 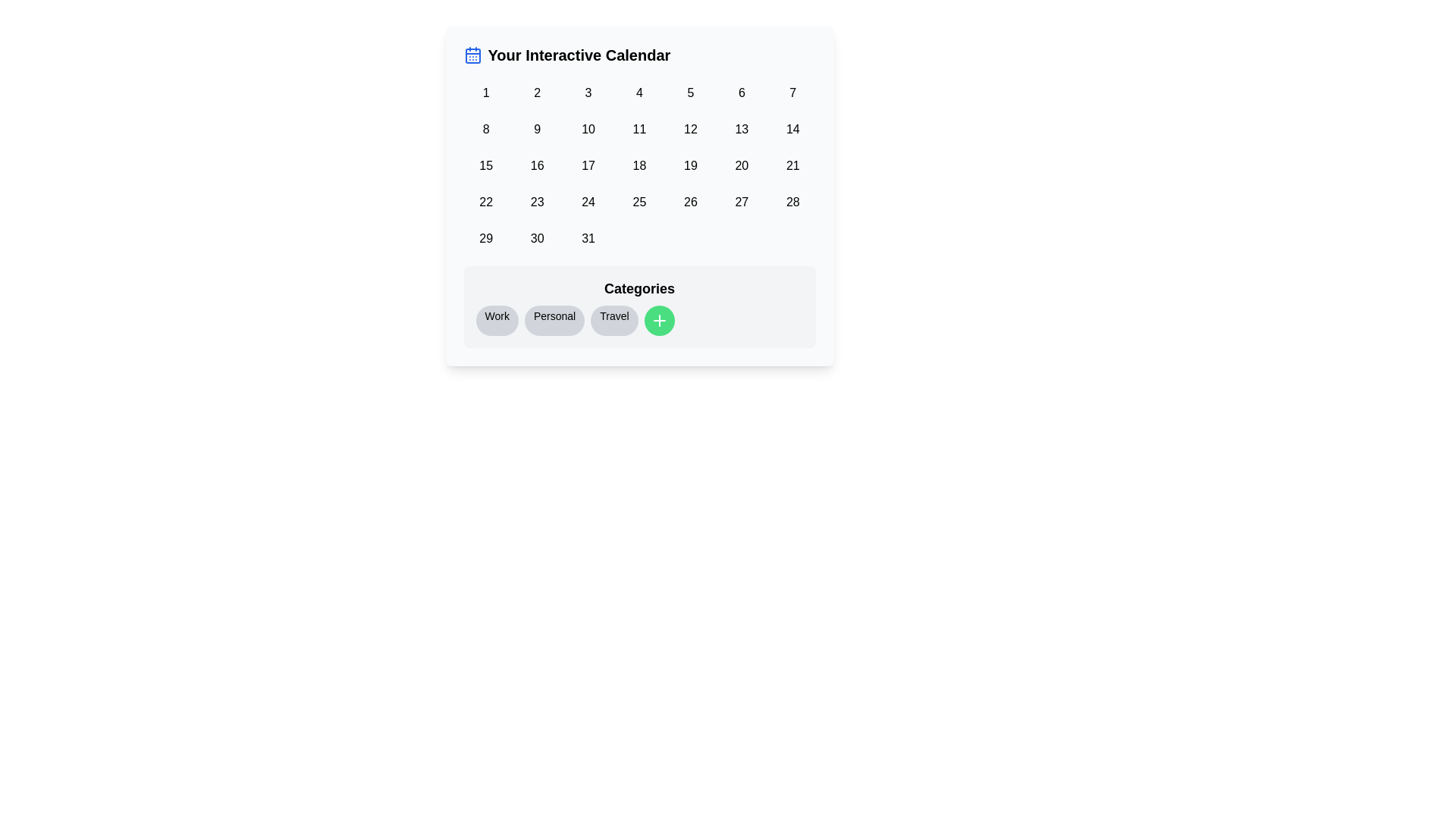 I want to click on the sixth button in the interactive calendar grid, so click(x=742, y=93).